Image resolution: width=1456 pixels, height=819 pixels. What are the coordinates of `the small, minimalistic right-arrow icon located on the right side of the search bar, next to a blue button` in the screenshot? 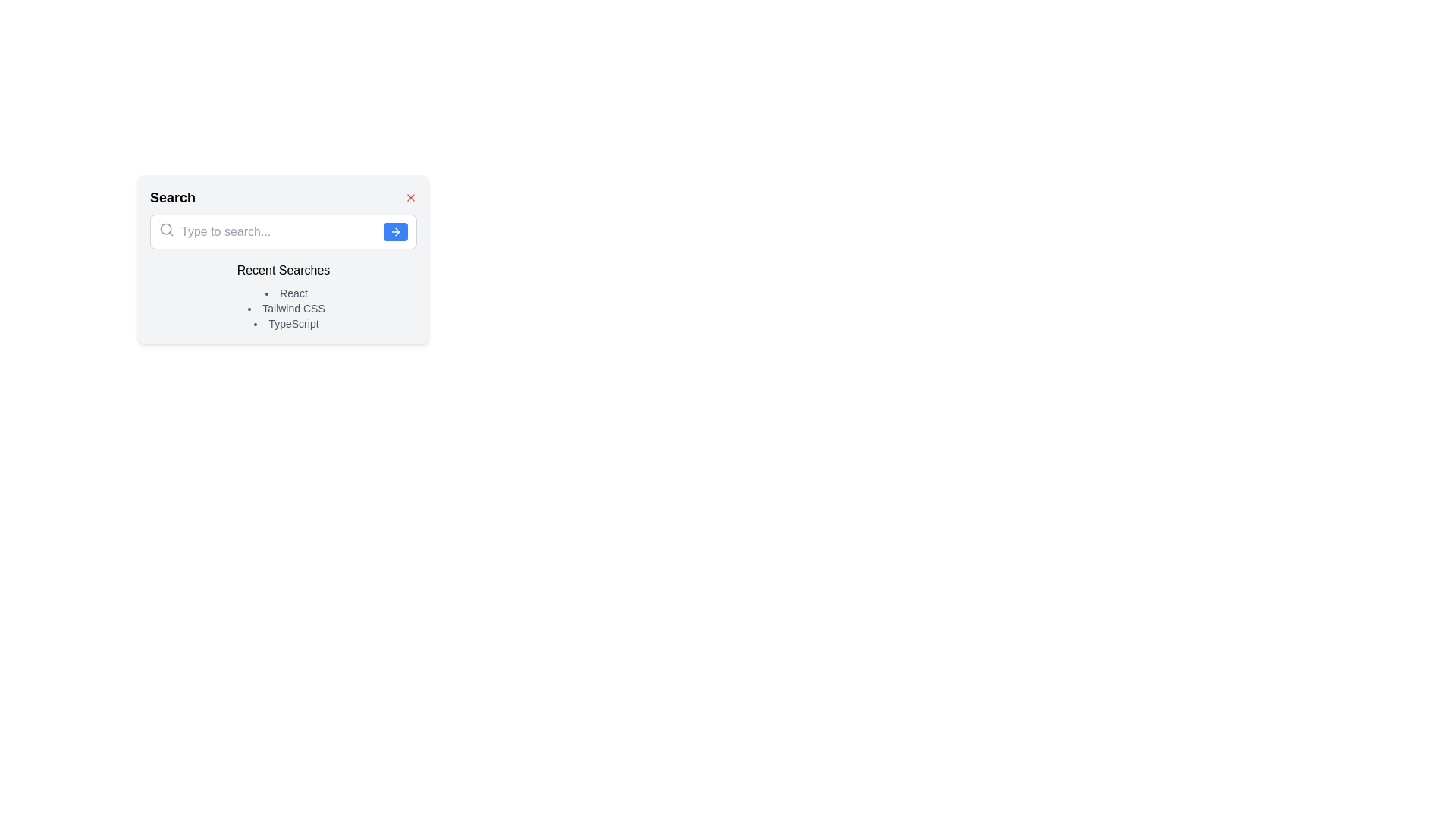 It's located at (397, 231).